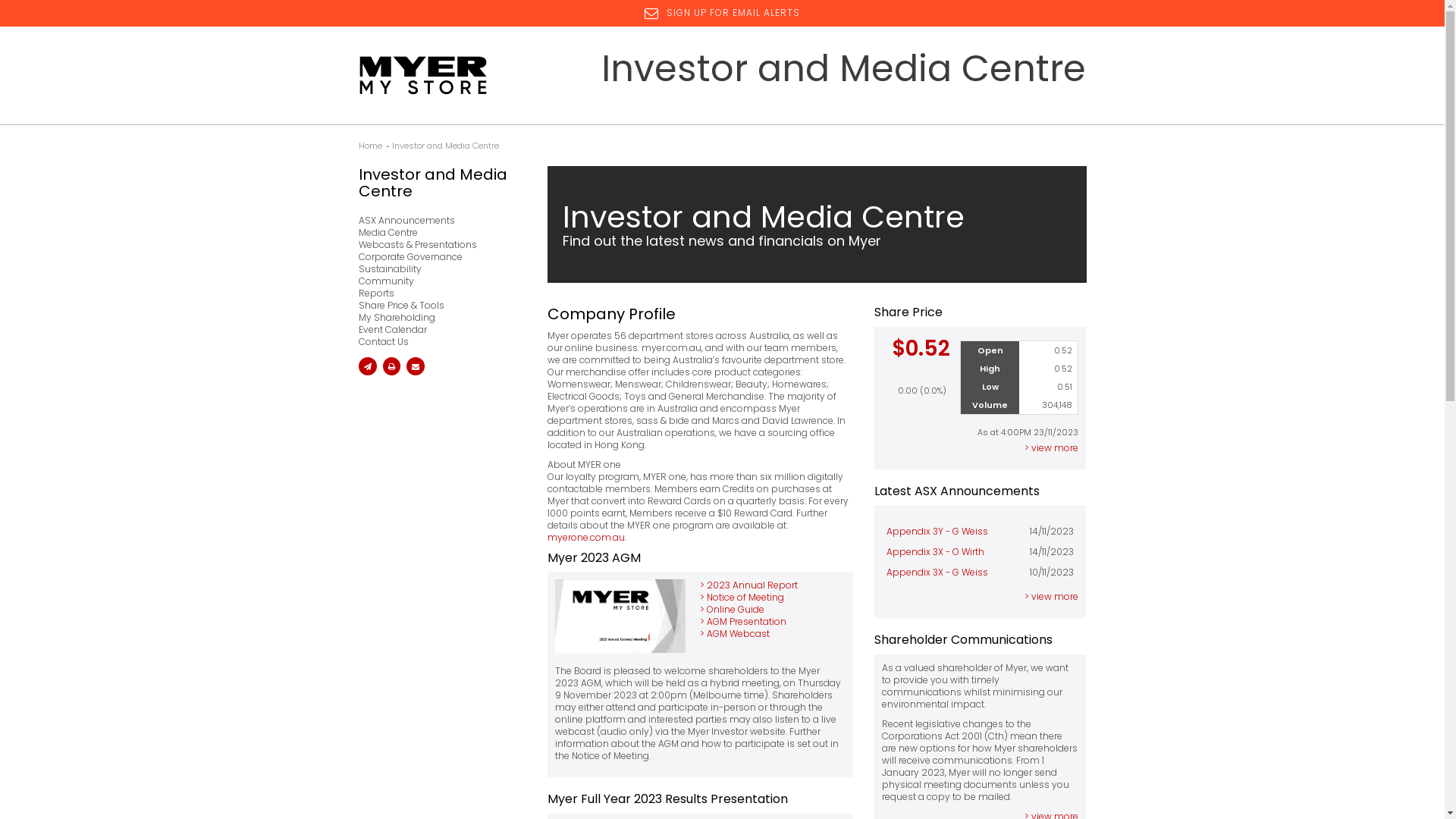  I want to click on '> 2023 Annual Report', so click(698, 584).